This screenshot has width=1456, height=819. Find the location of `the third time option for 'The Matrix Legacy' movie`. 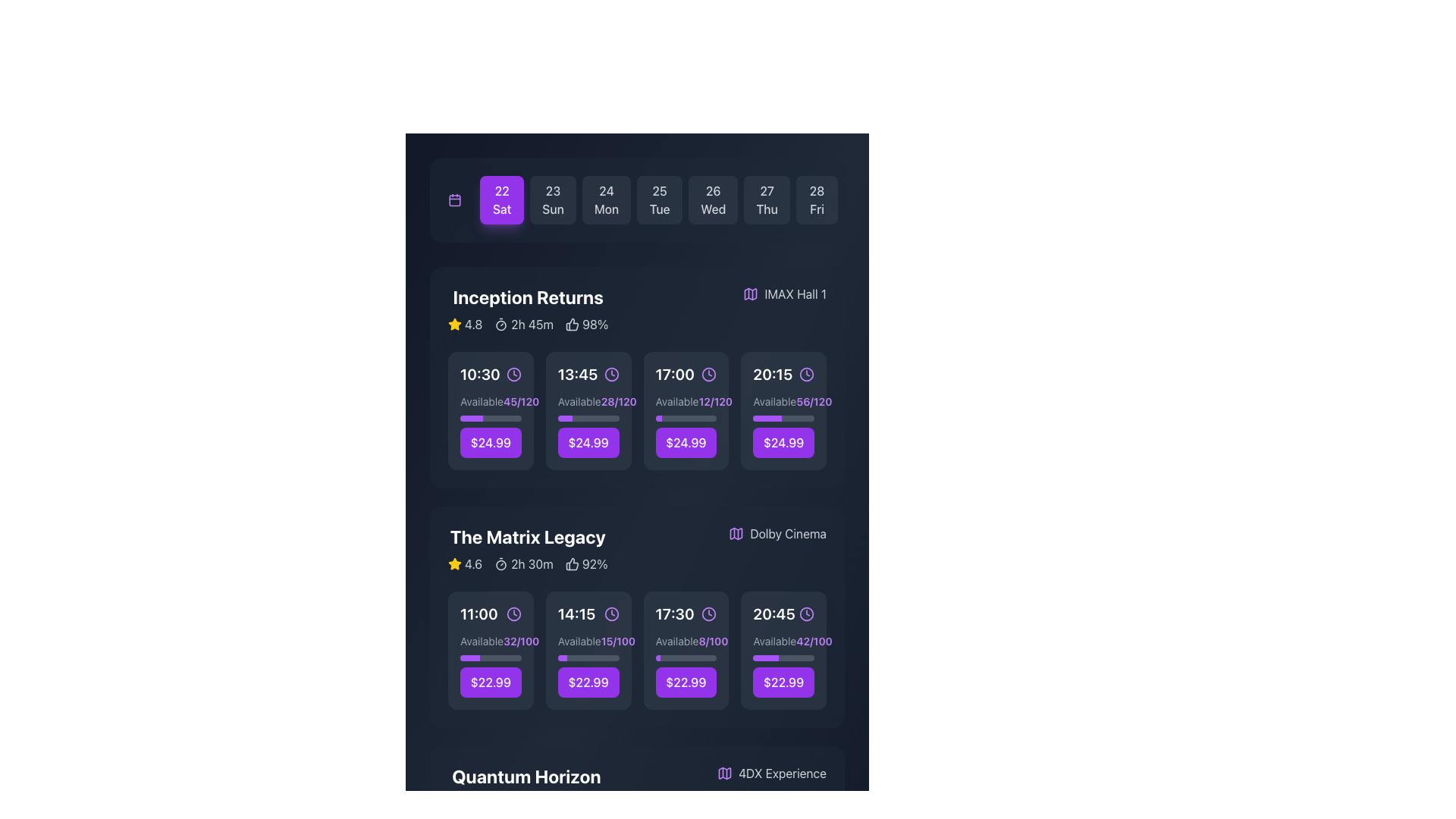

the third time option for 'The Matrix Legacy' movie is located at coordinates (685, 614).